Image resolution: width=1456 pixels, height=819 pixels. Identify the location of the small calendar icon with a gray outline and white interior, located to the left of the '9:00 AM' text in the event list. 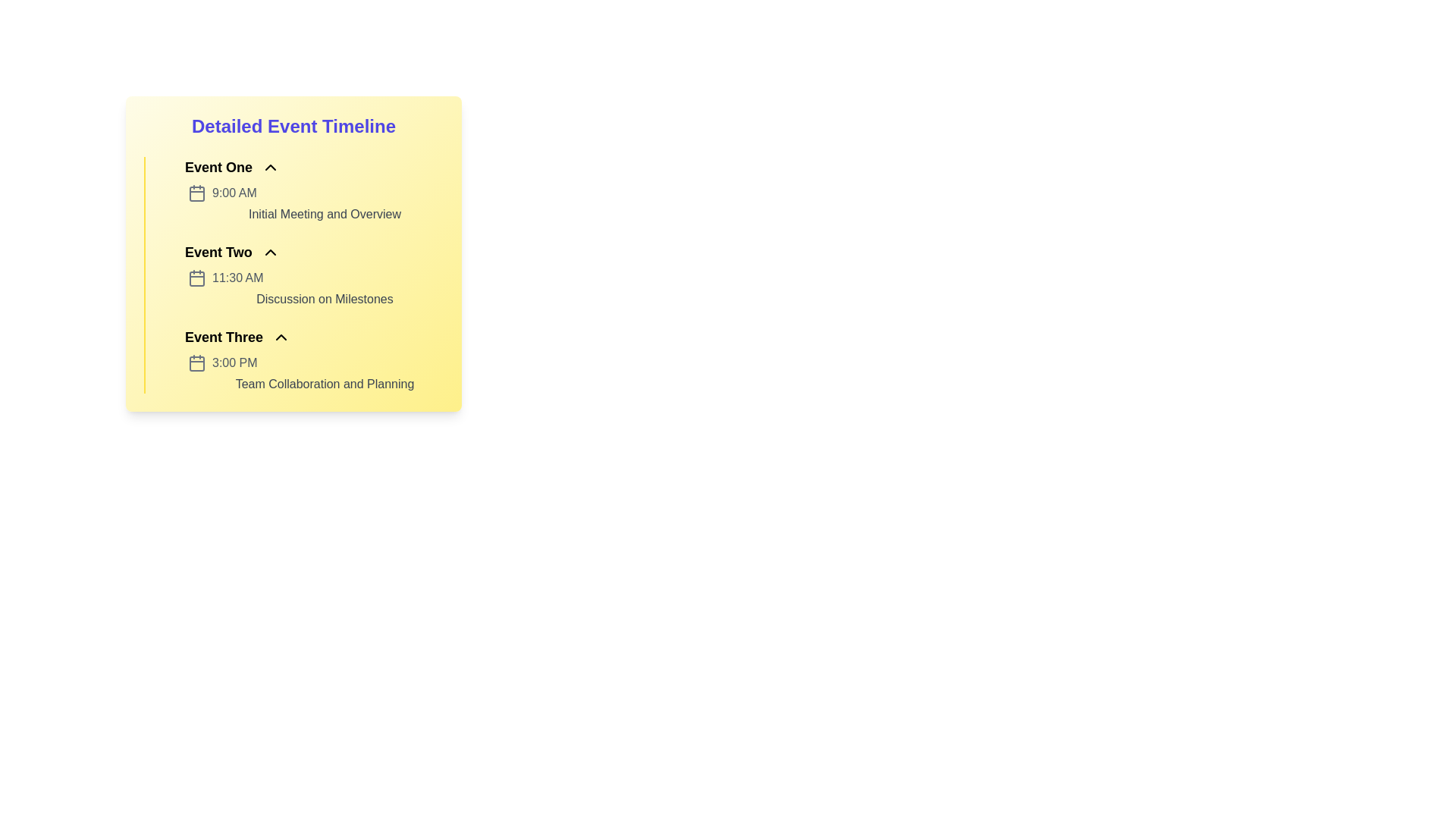
(196, 192).